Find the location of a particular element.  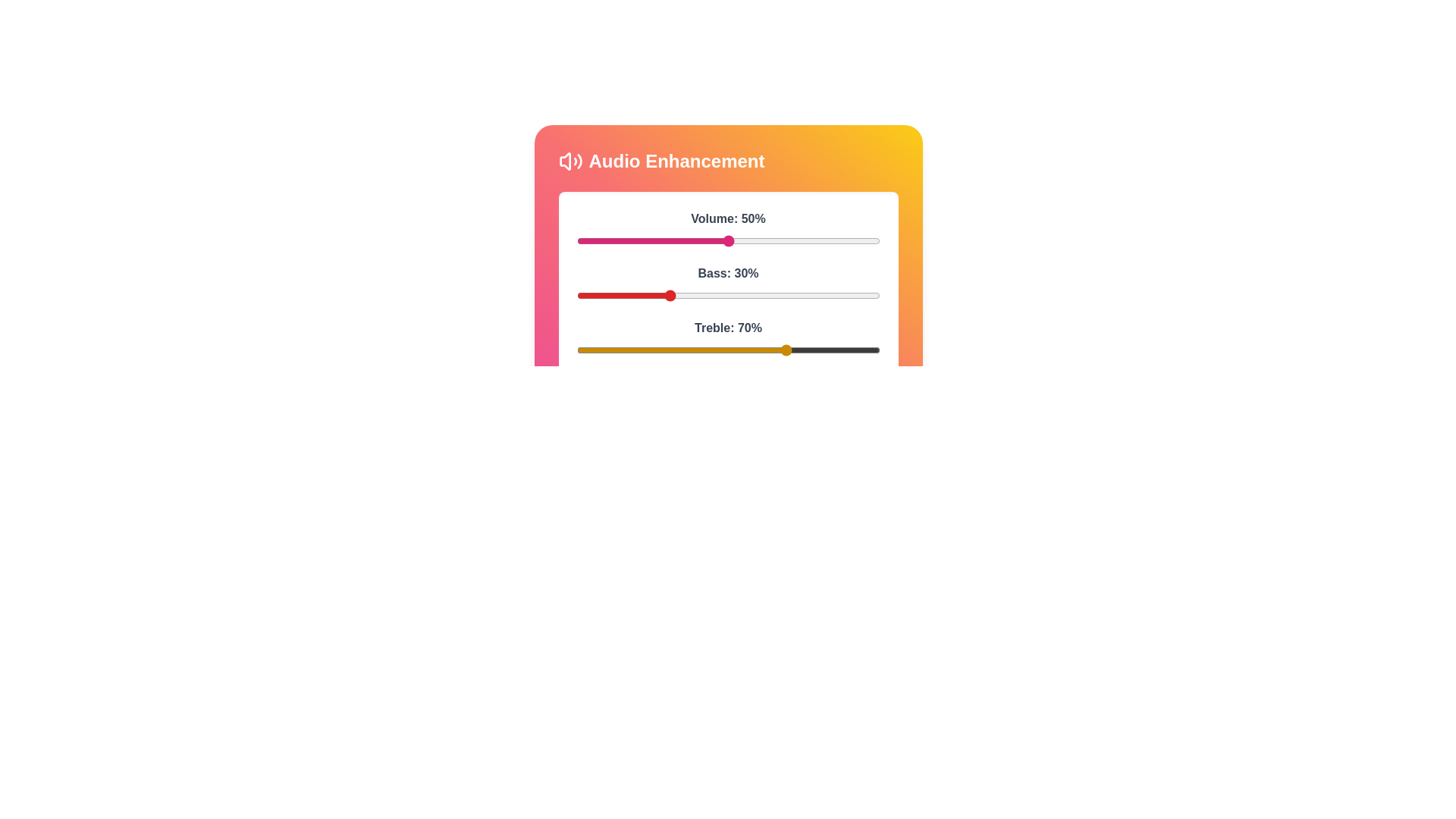

the bass level is located at coordinates (706, 295).